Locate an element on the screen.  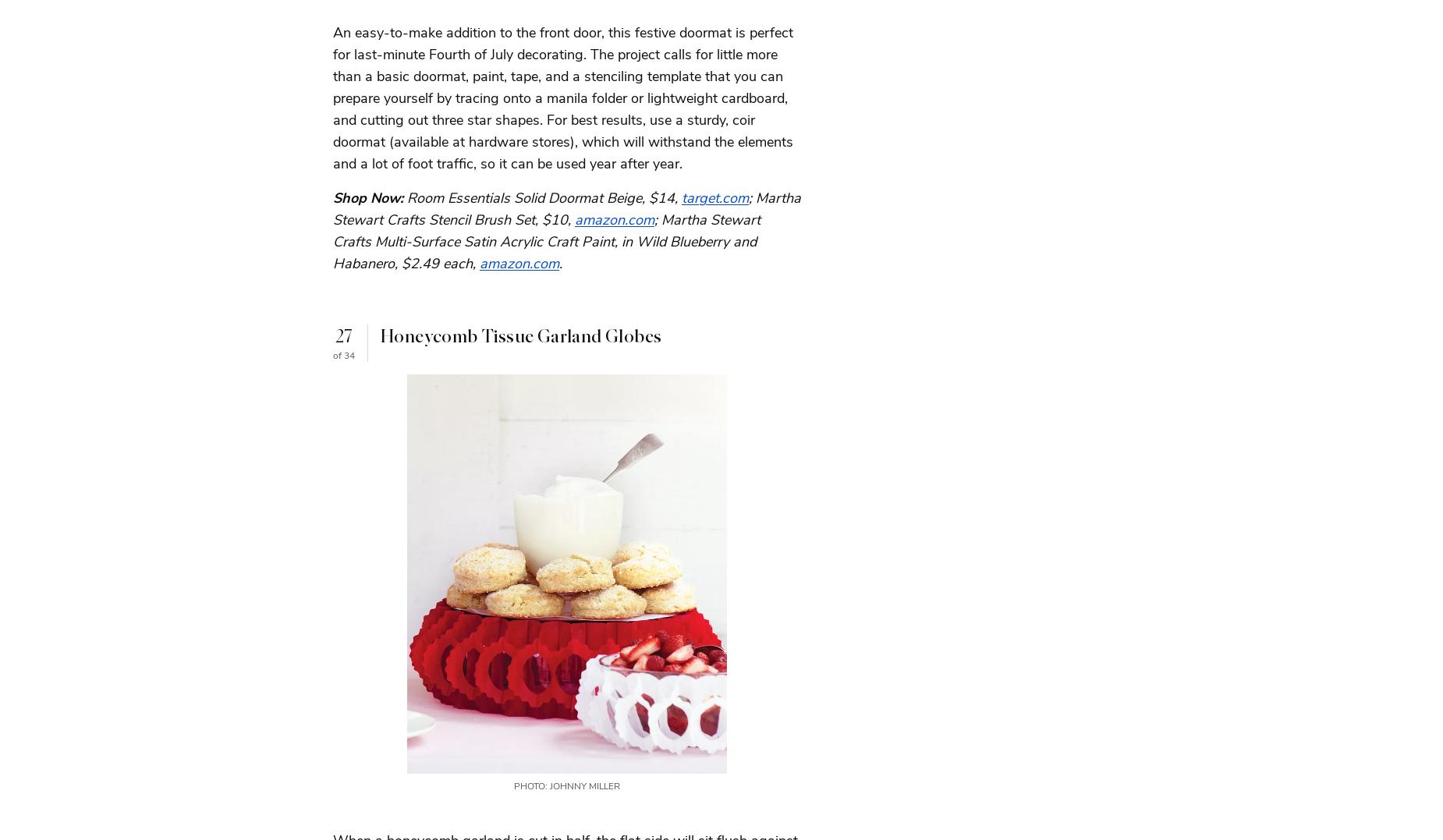
'An easy-to-make addition to the front door, this festive doormat is perfect for last-minute Fourth of July decorating. The project calls for little more than a basic doormat, paint, tape, and a stenciling template that you can prepare yourself by tracing onto a manila folder or lightweight cardboard, and cutting out three star shapes. For best results, use a sturdy, coir doormat (available at hardware stores), which will withstand the elements and a lot of foot traffic, so it can be used year after year.' is located at coordinates (331, 97).